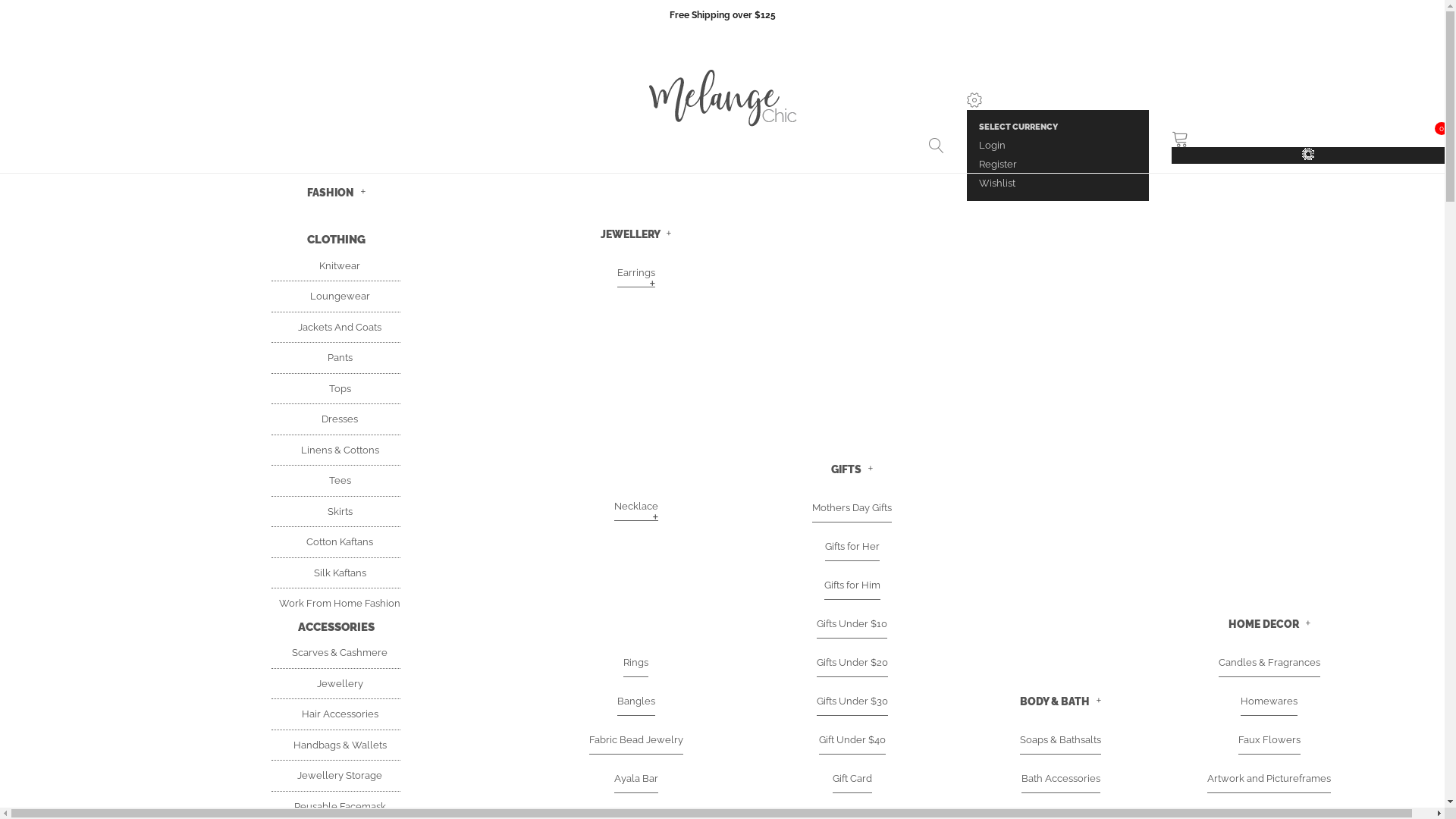 This screenshot has width=1456, height=819. Describe the element at coordinates (1269, 662) in the screenshot. I see `'Candles & Fragrances'` at that location.